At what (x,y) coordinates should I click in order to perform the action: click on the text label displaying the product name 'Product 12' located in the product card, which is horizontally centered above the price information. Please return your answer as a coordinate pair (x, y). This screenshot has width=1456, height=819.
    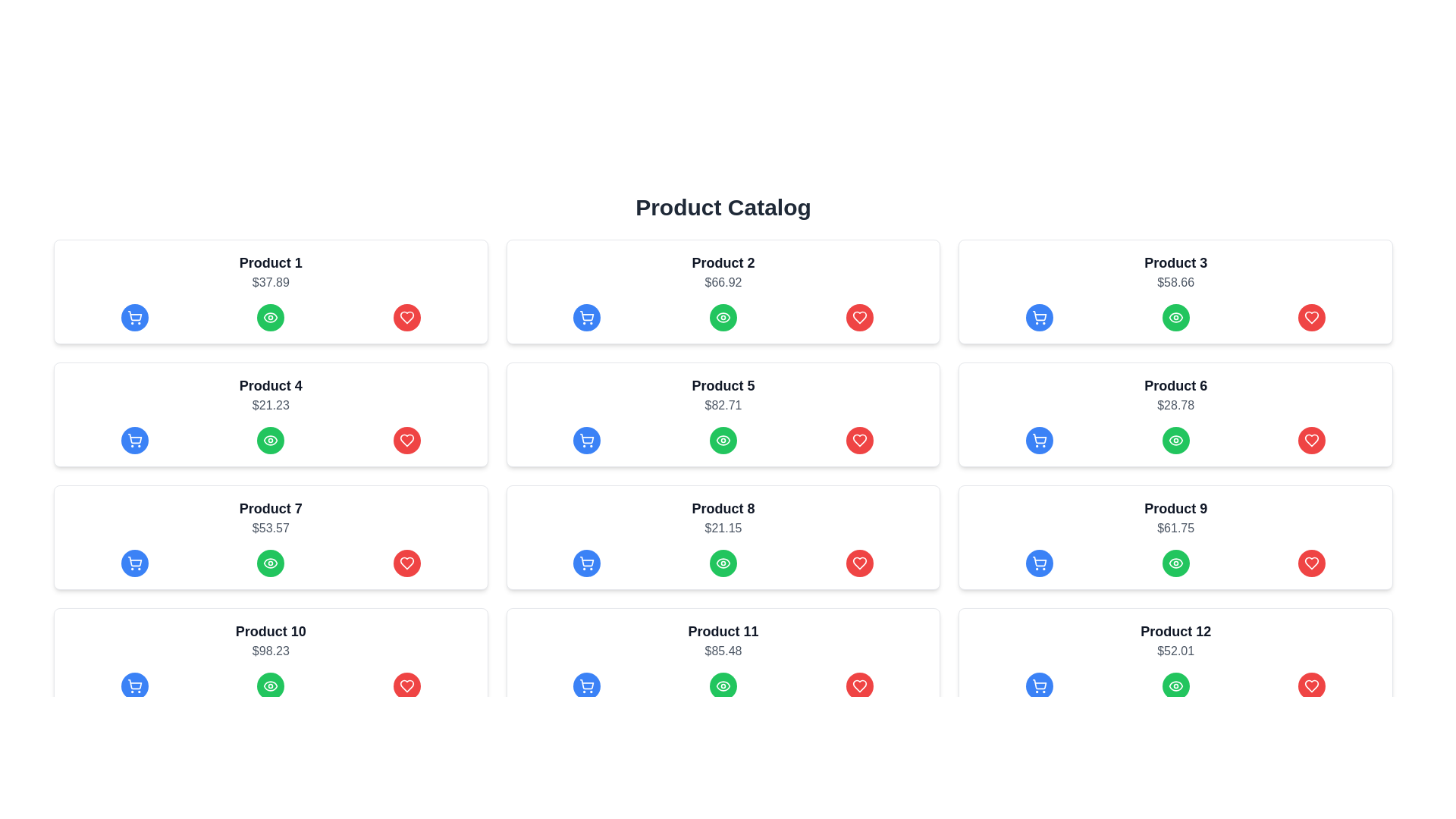
    Looking at the image, I should click on (1175, 632).